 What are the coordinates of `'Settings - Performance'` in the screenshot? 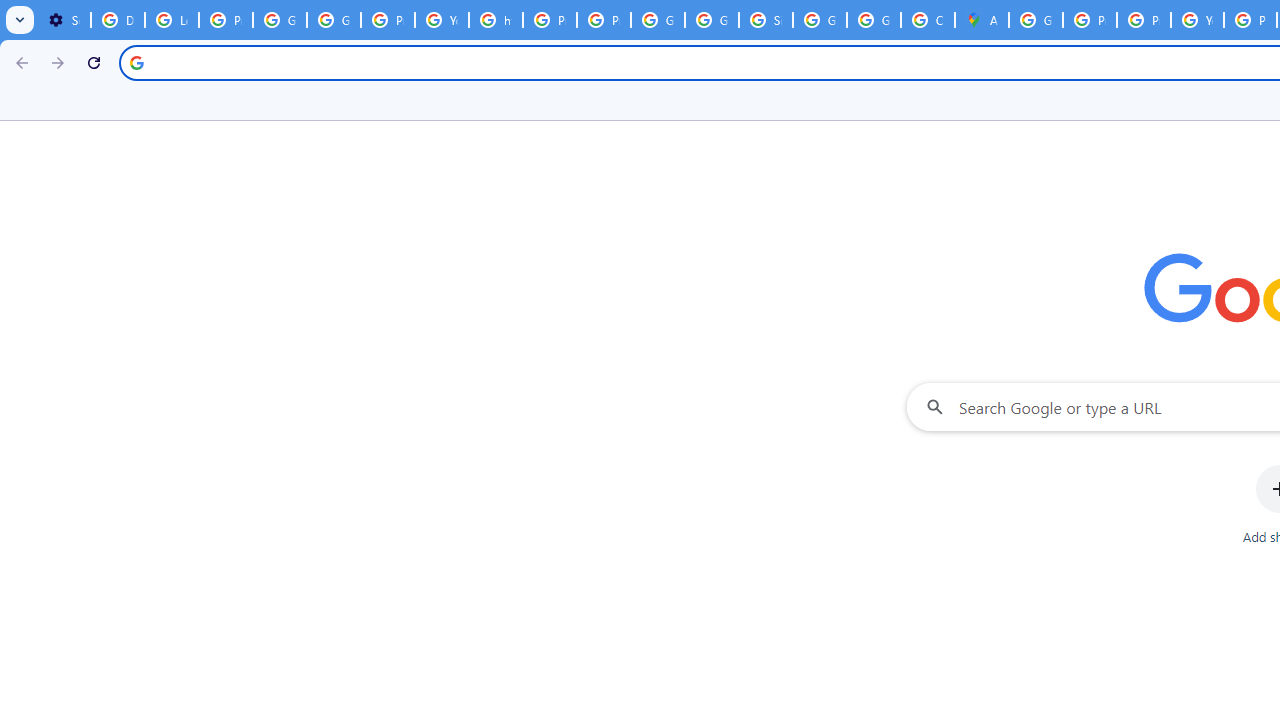 It's located at (64, 20).